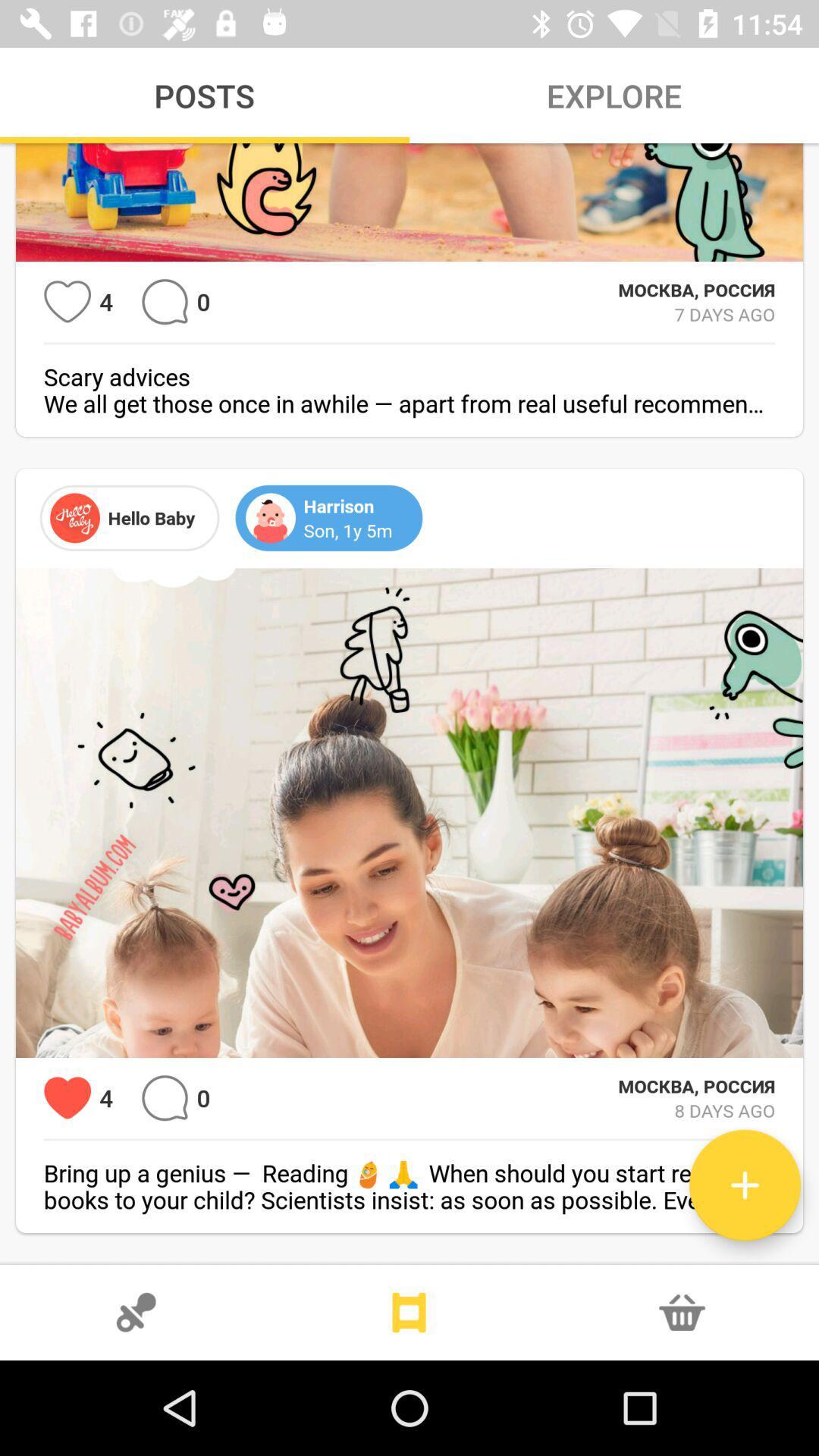 The height and width of the screenshot is (1456, 819). I want to click on to cart, so click(681, 1312).